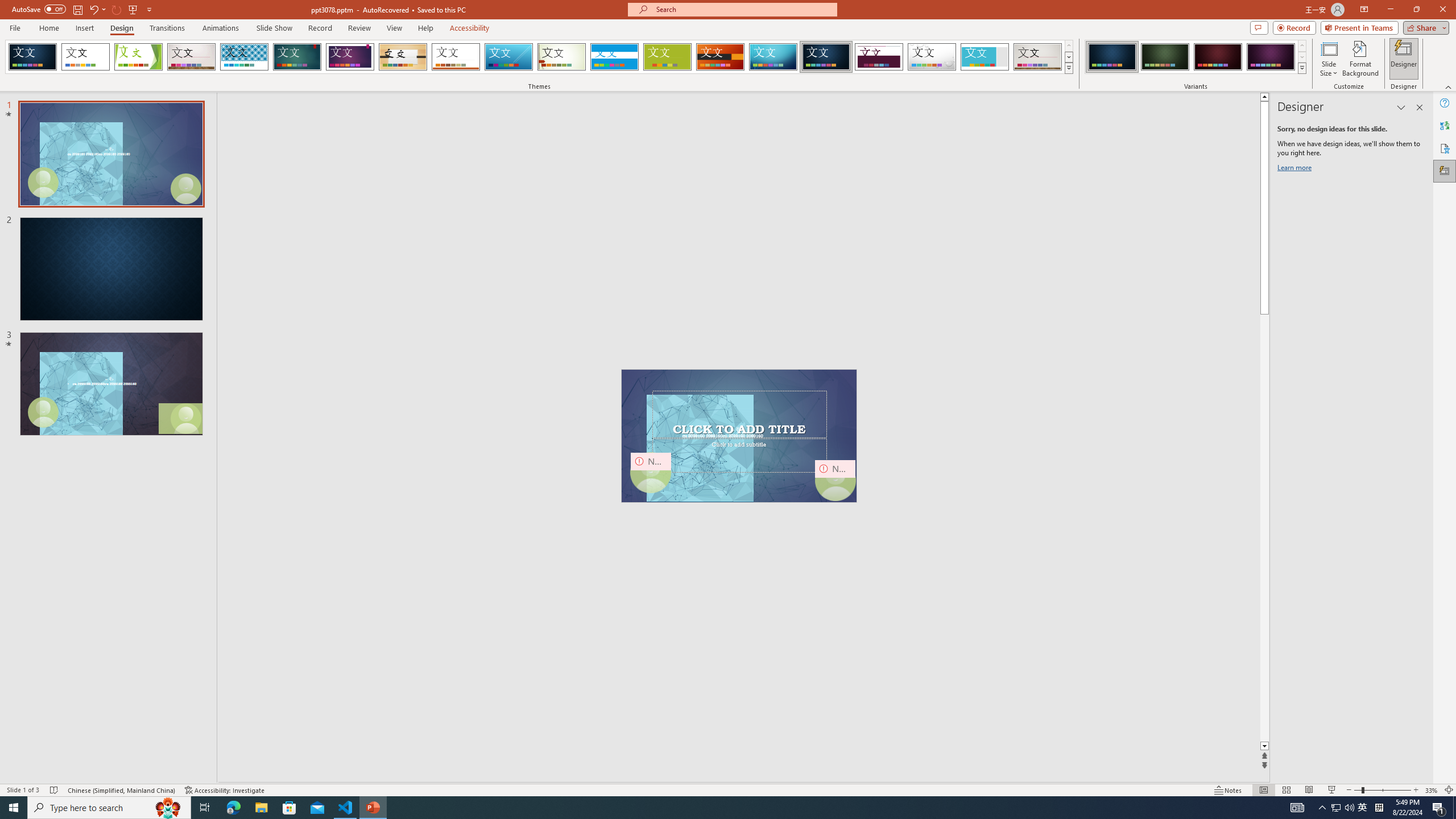 This screenshot has height=819, width=1456. What do you see at coordinates (879, 56) in the screenshot?
I see `'Dividend'` at bounding box center [879, 56].